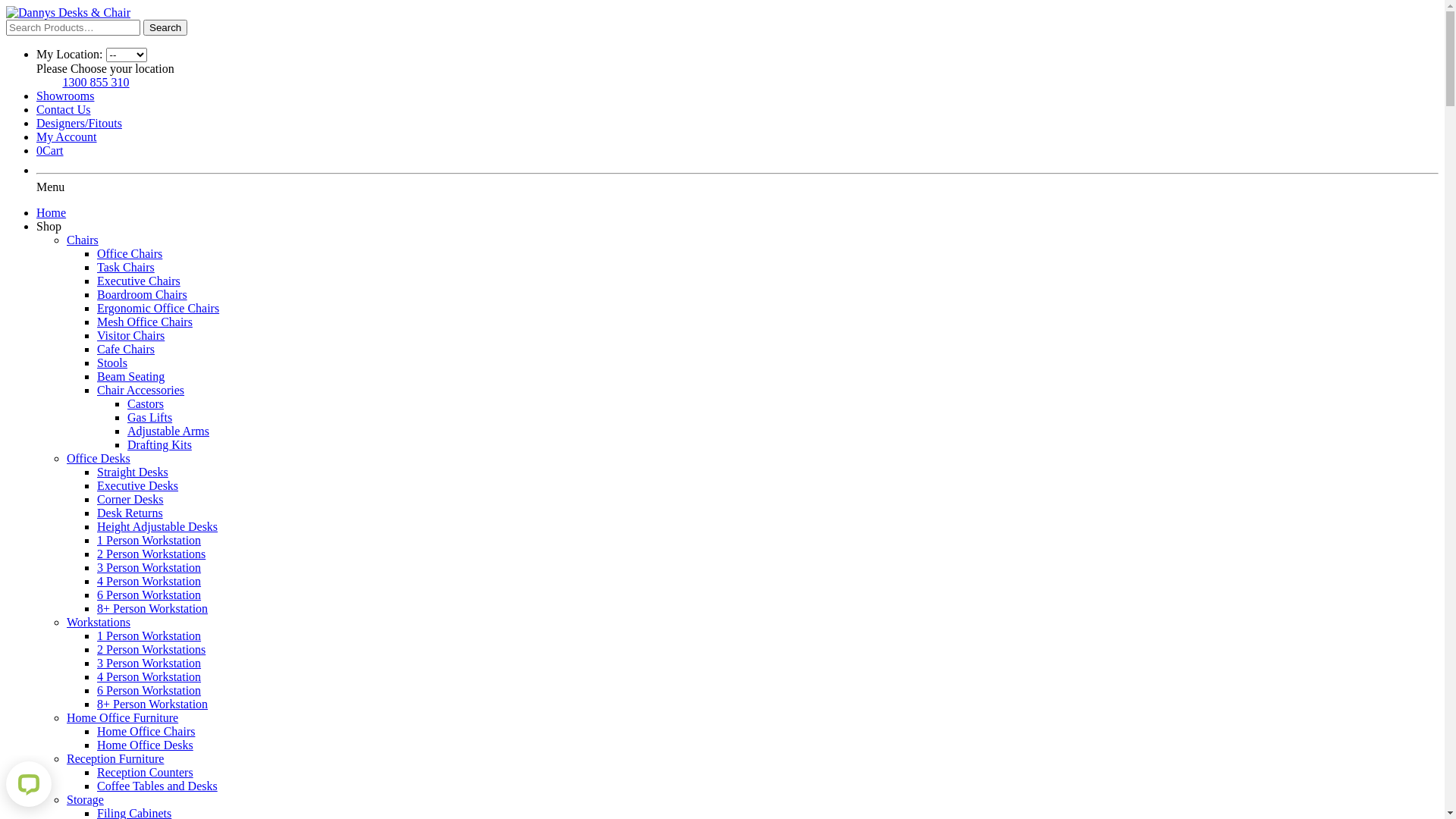  Describe the element at coordinates (149, 662) in the screenshot. I see `'3 Person Workstation'` at that location.